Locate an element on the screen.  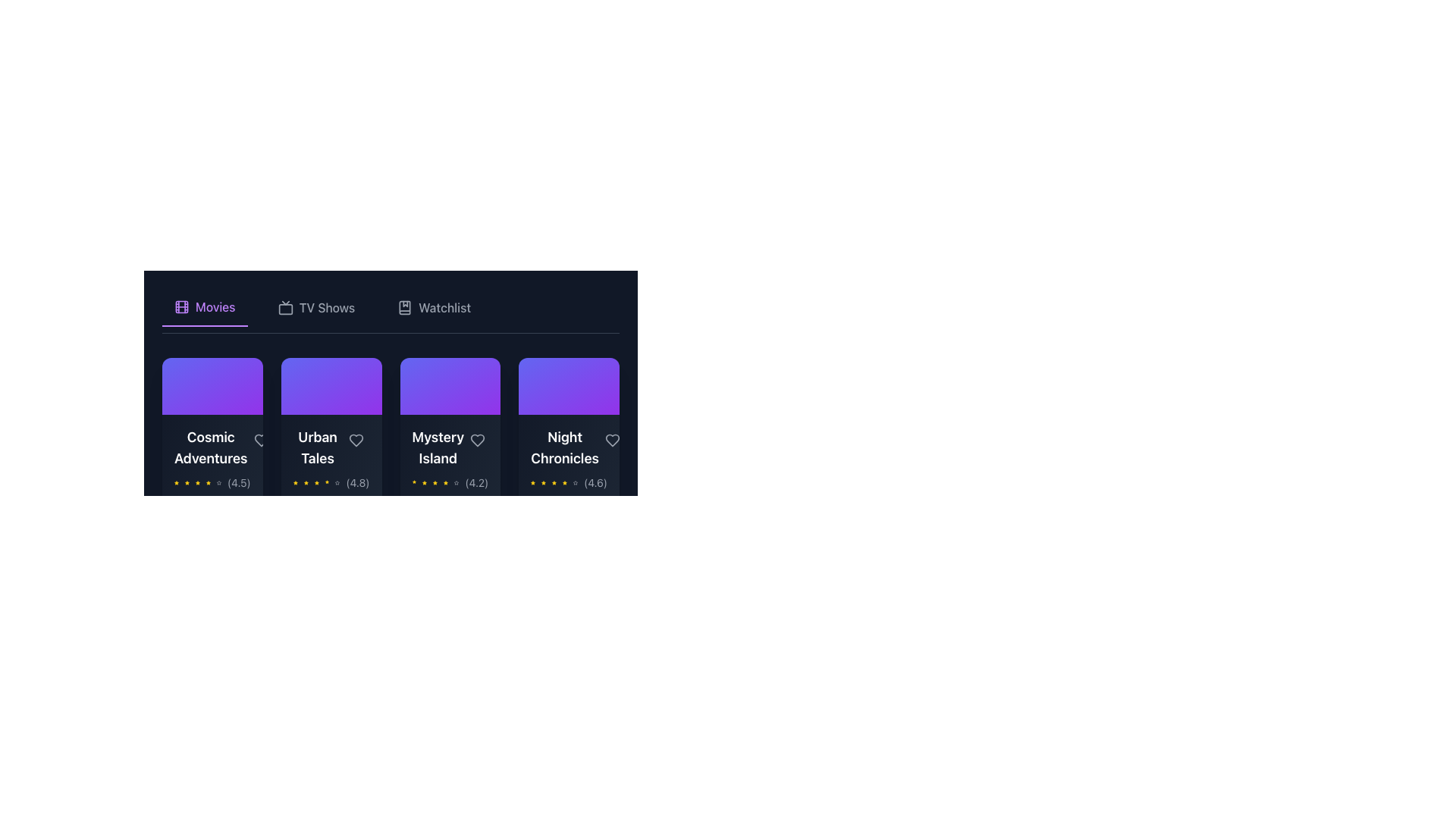
the rating represented by the fourth star-shaped icon in the rating display for 'Mystery Island' is located at coordinates (435, 482).